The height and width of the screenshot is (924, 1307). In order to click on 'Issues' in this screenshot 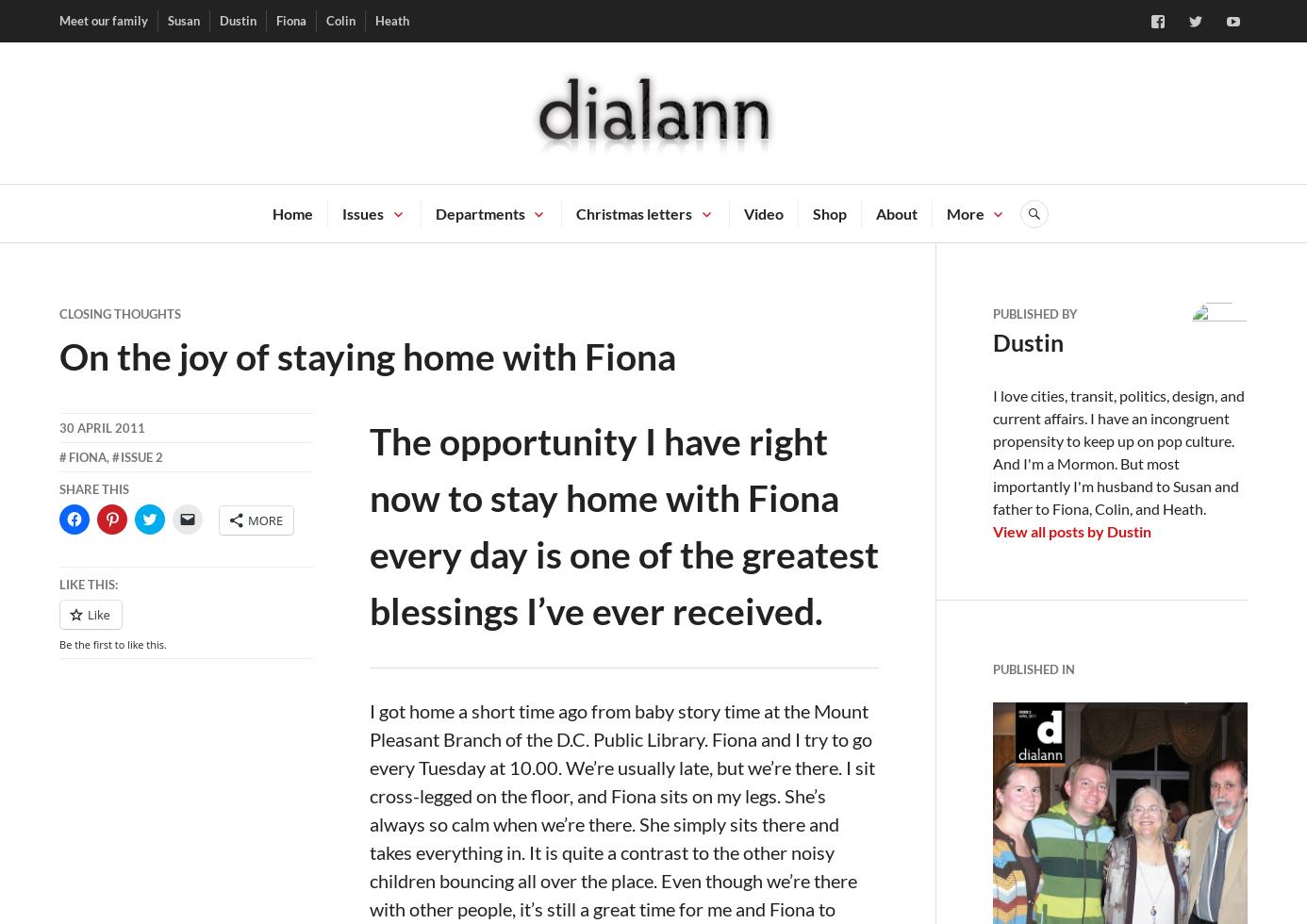, I will do `click(340, 212)`.